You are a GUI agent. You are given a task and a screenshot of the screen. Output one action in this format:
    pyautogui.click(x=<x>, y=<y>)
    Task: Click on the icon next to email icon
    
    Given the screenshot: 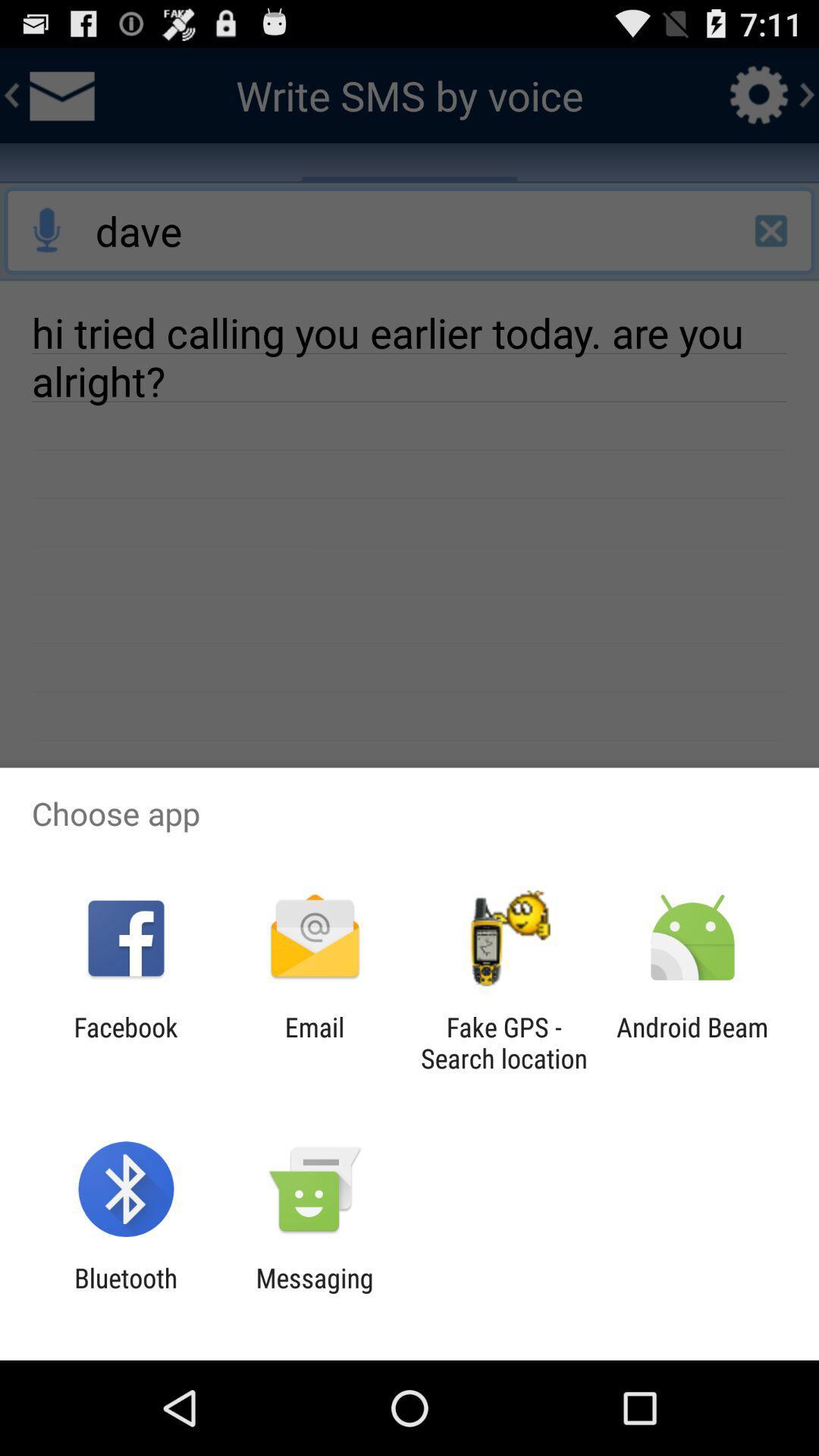 What is the action you would take?
    pyautogui.click(x=504, y=1042)
    